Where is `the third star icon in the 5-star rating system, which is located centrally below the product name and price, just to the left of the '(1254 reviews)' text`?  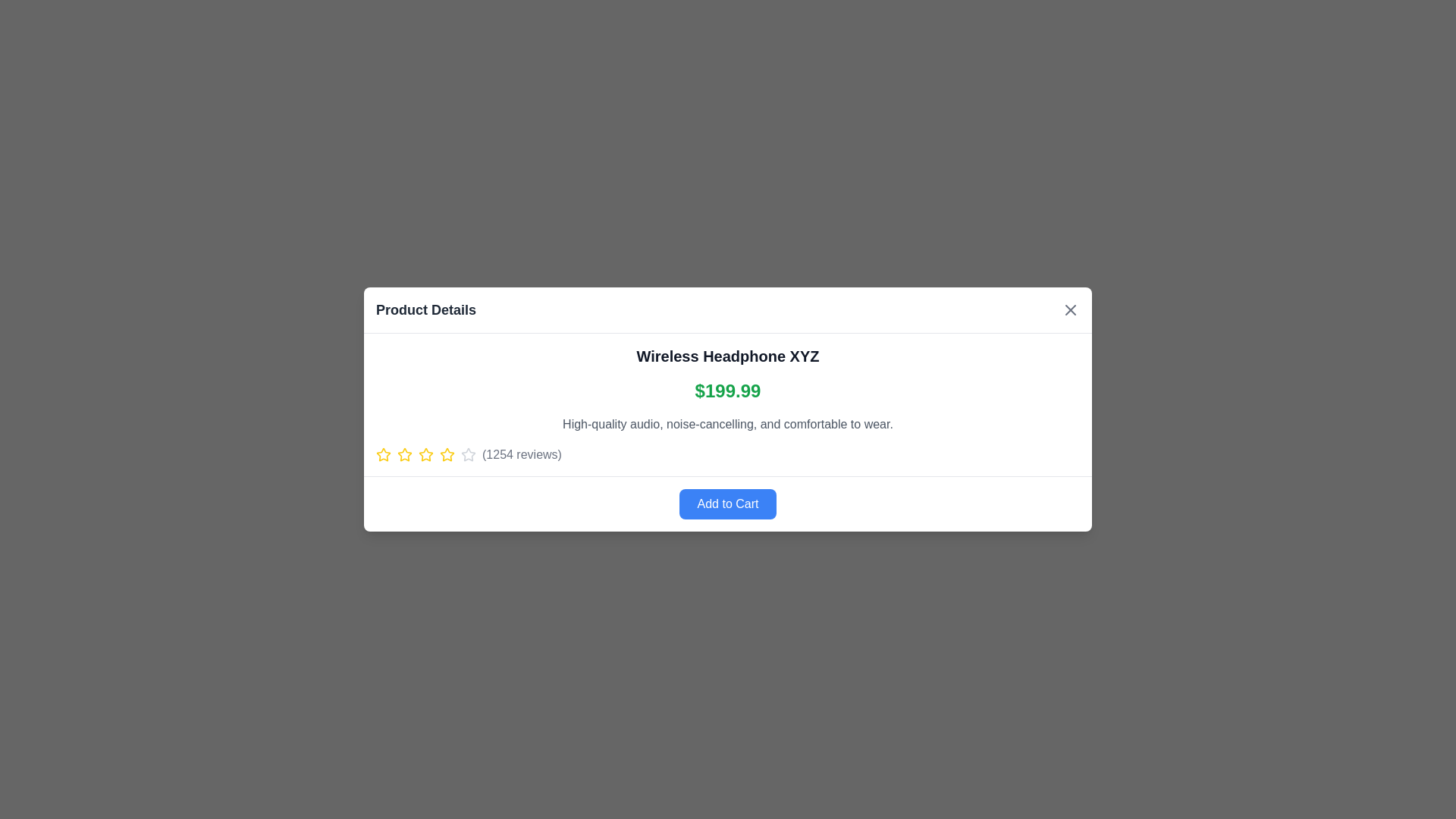 the third star icon in the 5-star rating system, which is located centrally below the product name and price, just to the left of the '(1254 reviews)' text is located at coordinates (468, 453).